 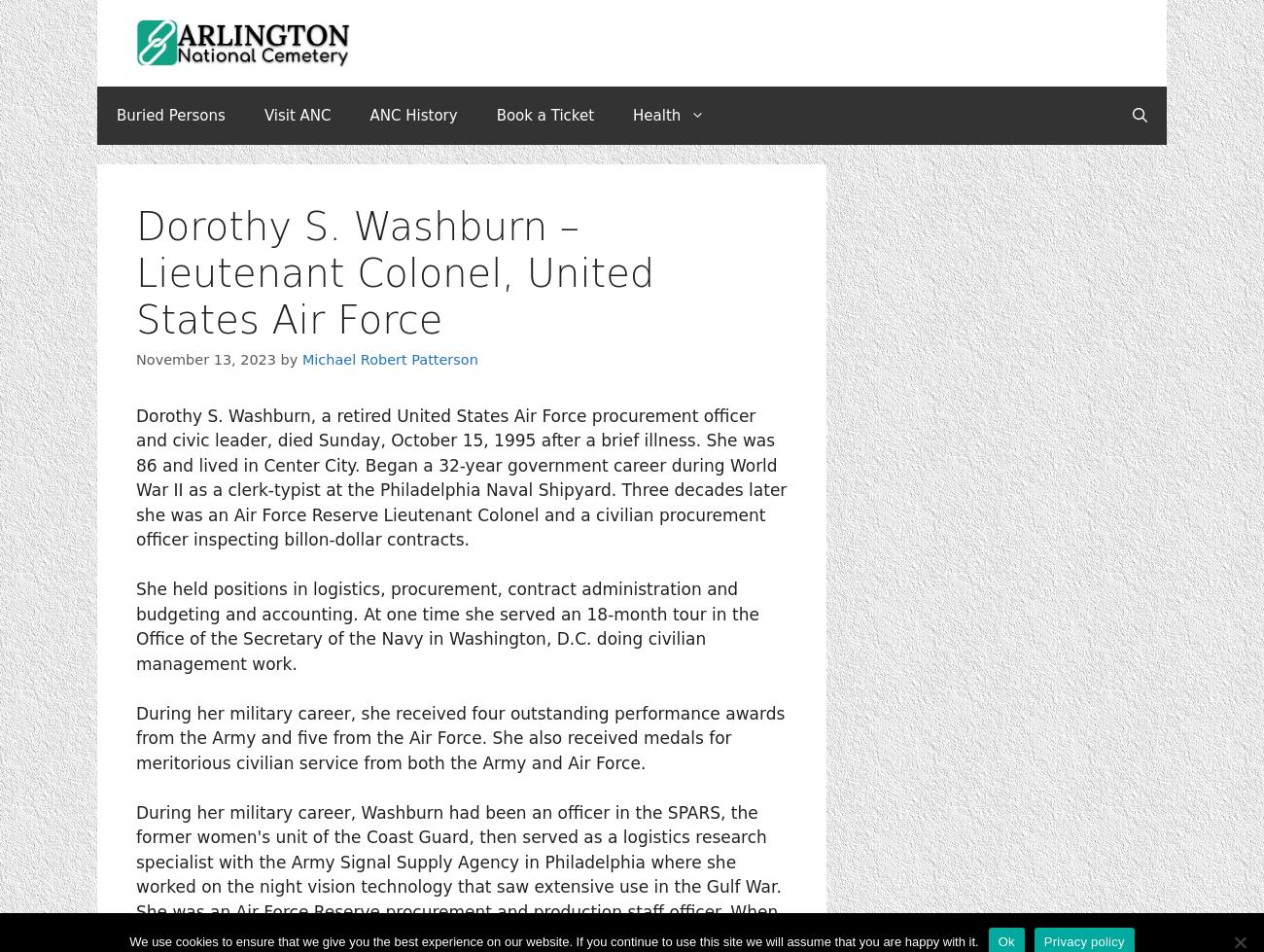 I want to click on 'by', so click(x=291, y=359).